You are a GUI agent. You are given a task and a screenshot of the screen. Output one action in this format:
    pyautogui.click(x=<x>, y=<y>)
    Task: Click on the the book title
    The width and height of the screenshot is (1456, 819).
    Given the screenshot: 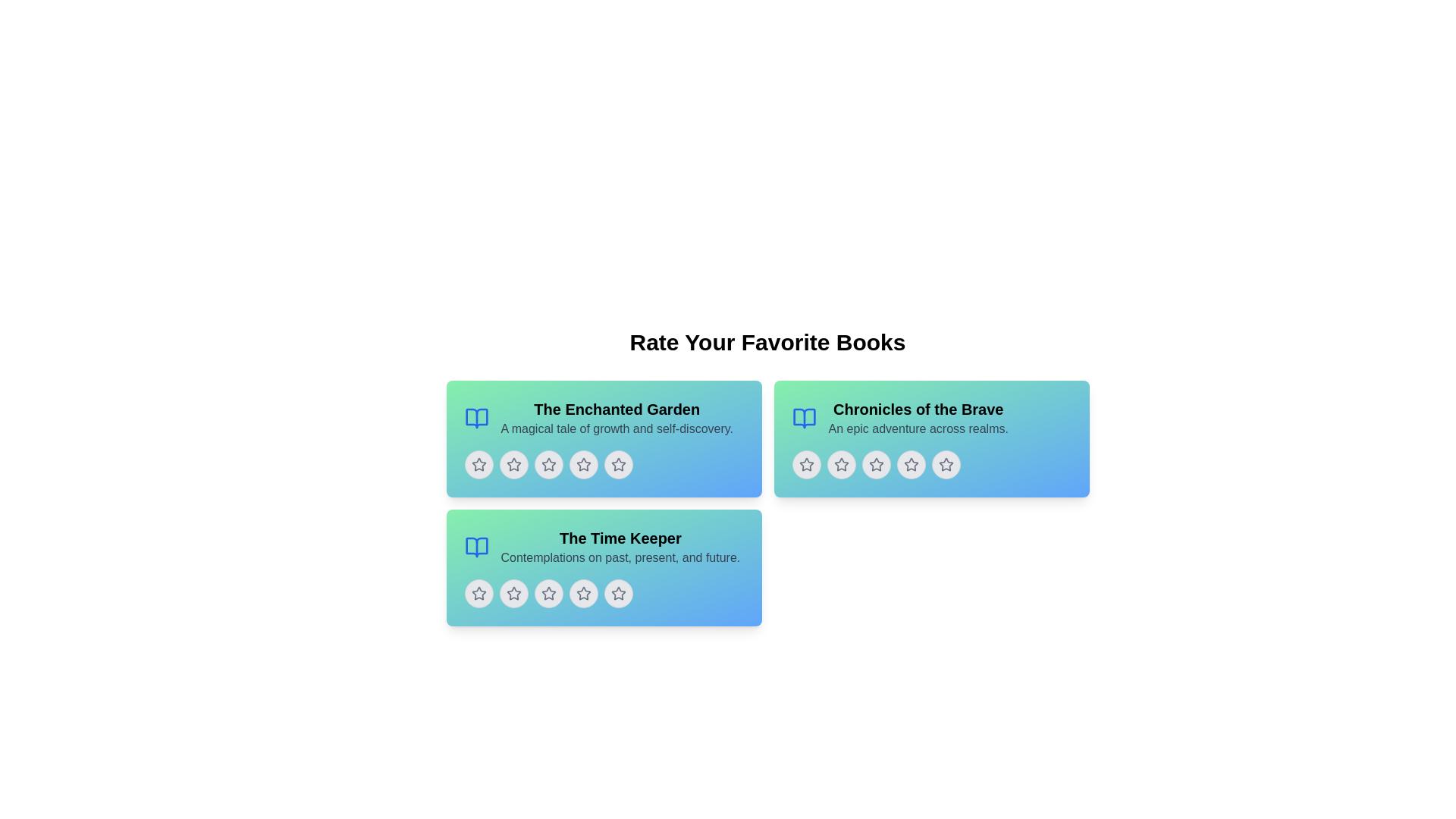 What is the action you would take?
    pyautogui.click(x=918, y=409)
    